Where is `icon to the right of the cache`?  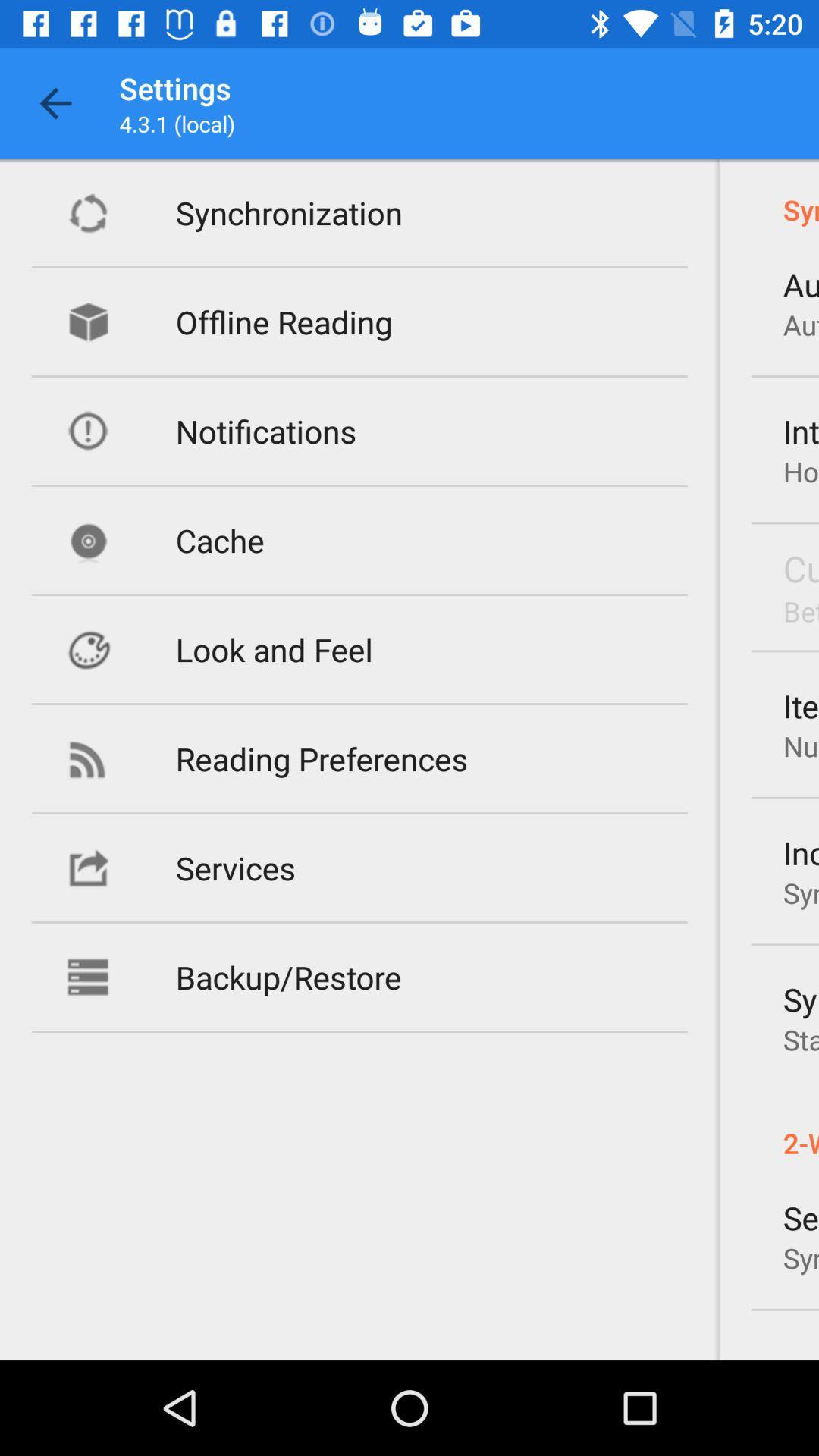
icon to the right of the cache is located at coordinates (800, 567).